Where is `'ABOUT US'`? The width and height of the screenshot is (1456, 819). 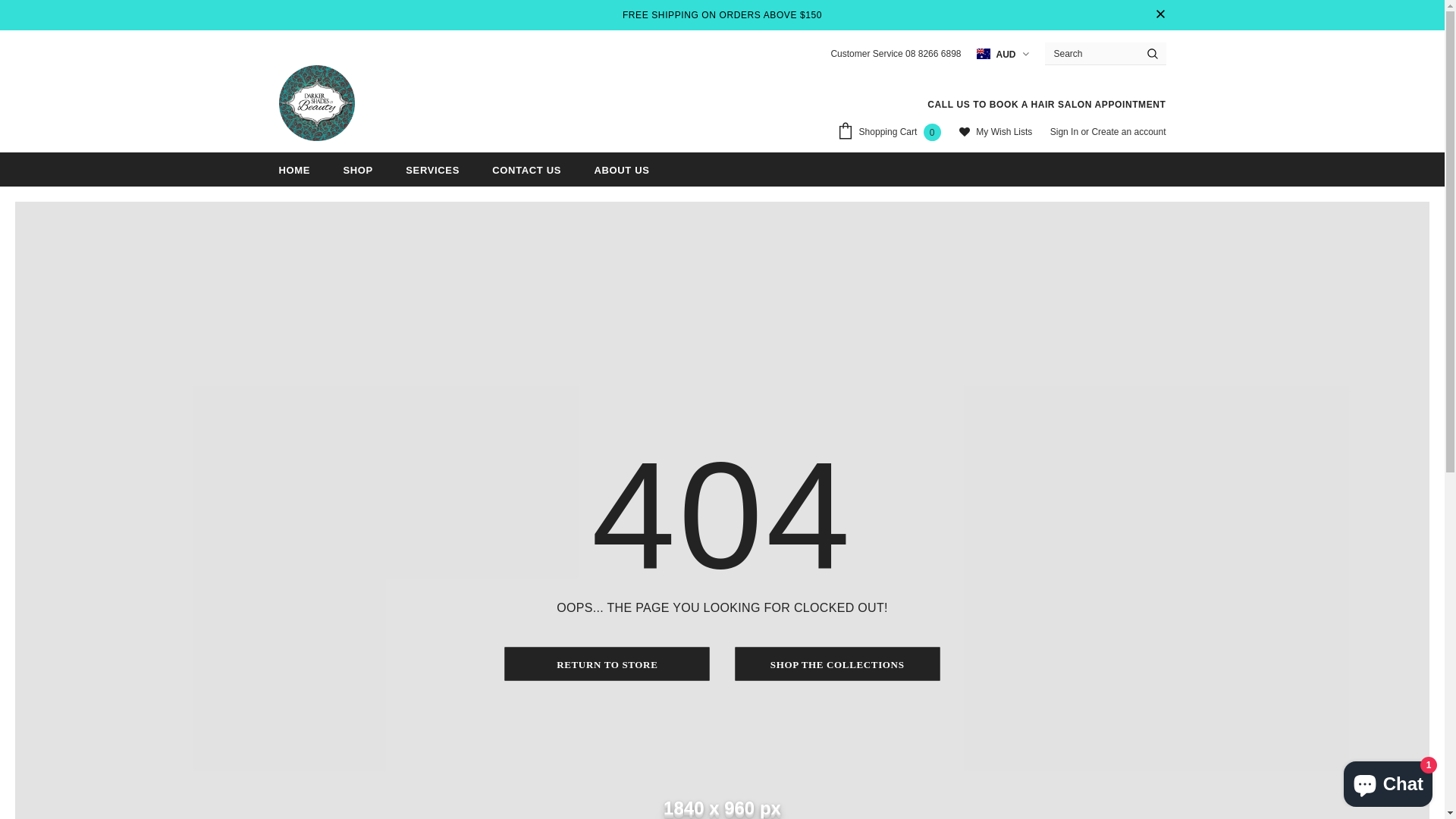 'ABOUT US' is located at coordinates (592, 169).